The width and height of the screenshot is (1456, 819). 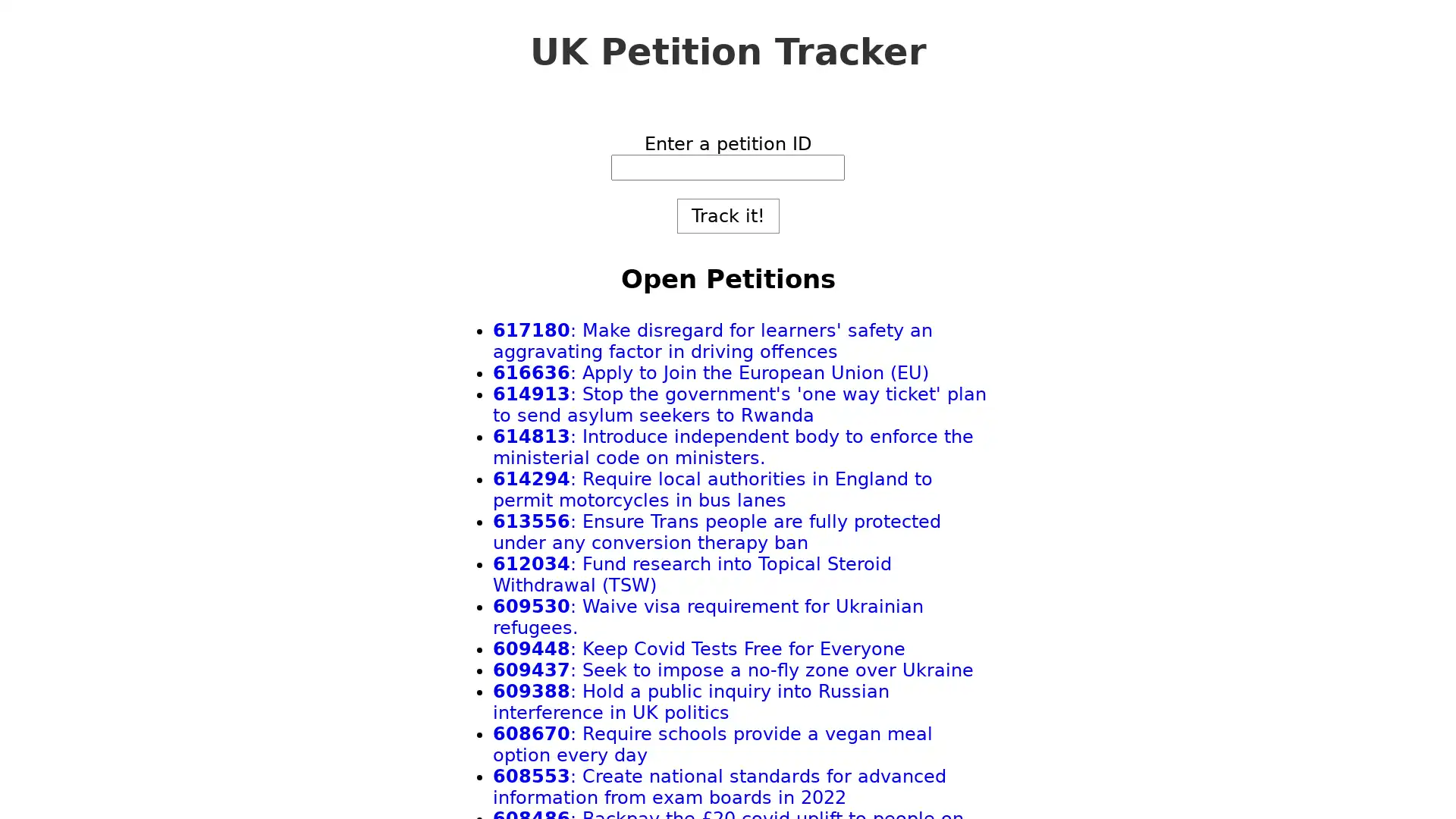 What do you see at coordinates (726, 216) in the screenshot?
I see `Track it!` at bounding box center [726, 216].